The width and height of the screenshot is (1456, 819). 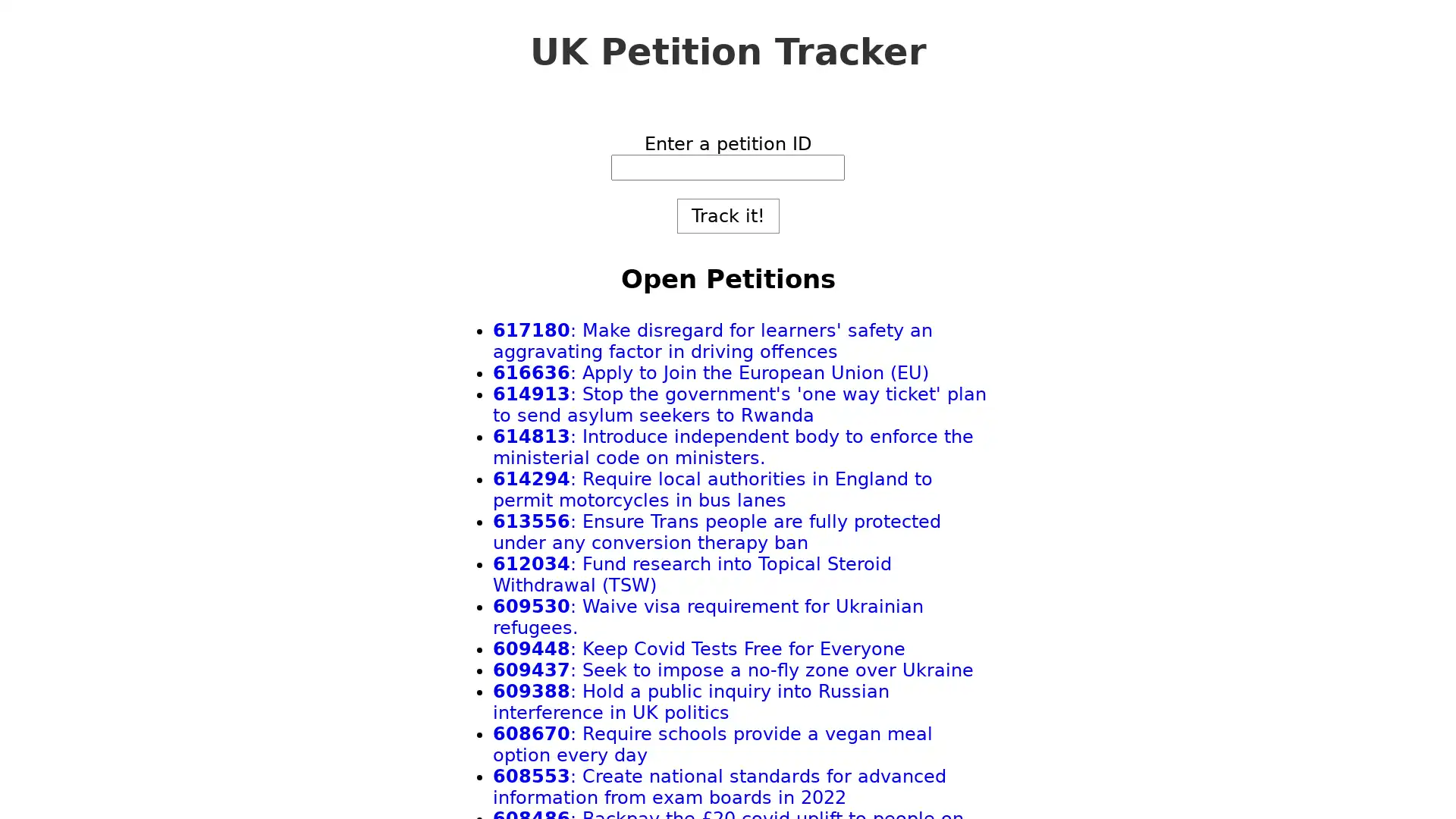 What do you see at coordinates (726, 216) in the screenshot?
I see `Track it!` at bounding box center [726, 216].